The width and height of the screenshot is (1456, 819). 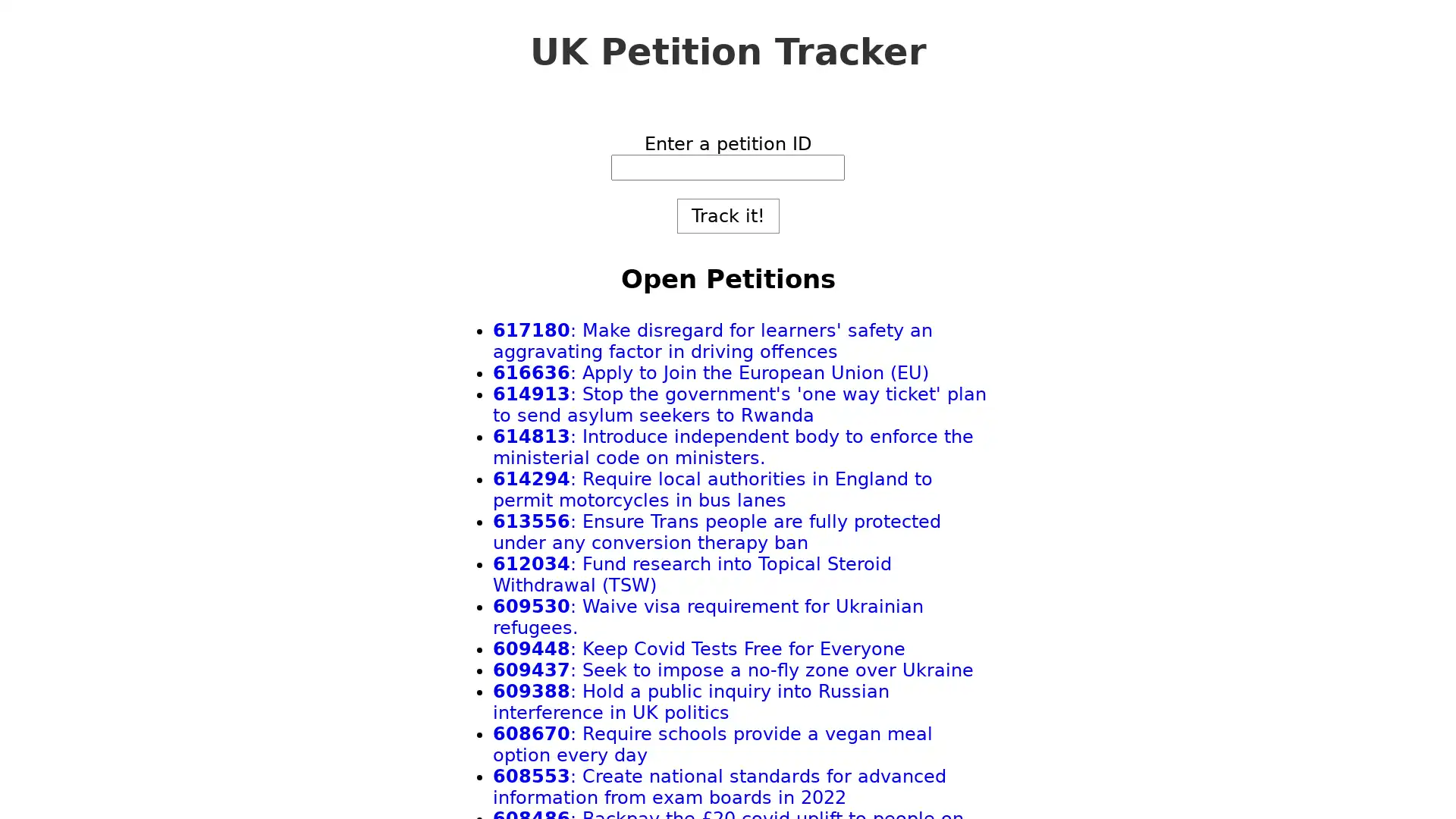 What do you see at coordinates (726, 216) in the screenshot?
I see `Track it!` at bounding box center [726, 216].